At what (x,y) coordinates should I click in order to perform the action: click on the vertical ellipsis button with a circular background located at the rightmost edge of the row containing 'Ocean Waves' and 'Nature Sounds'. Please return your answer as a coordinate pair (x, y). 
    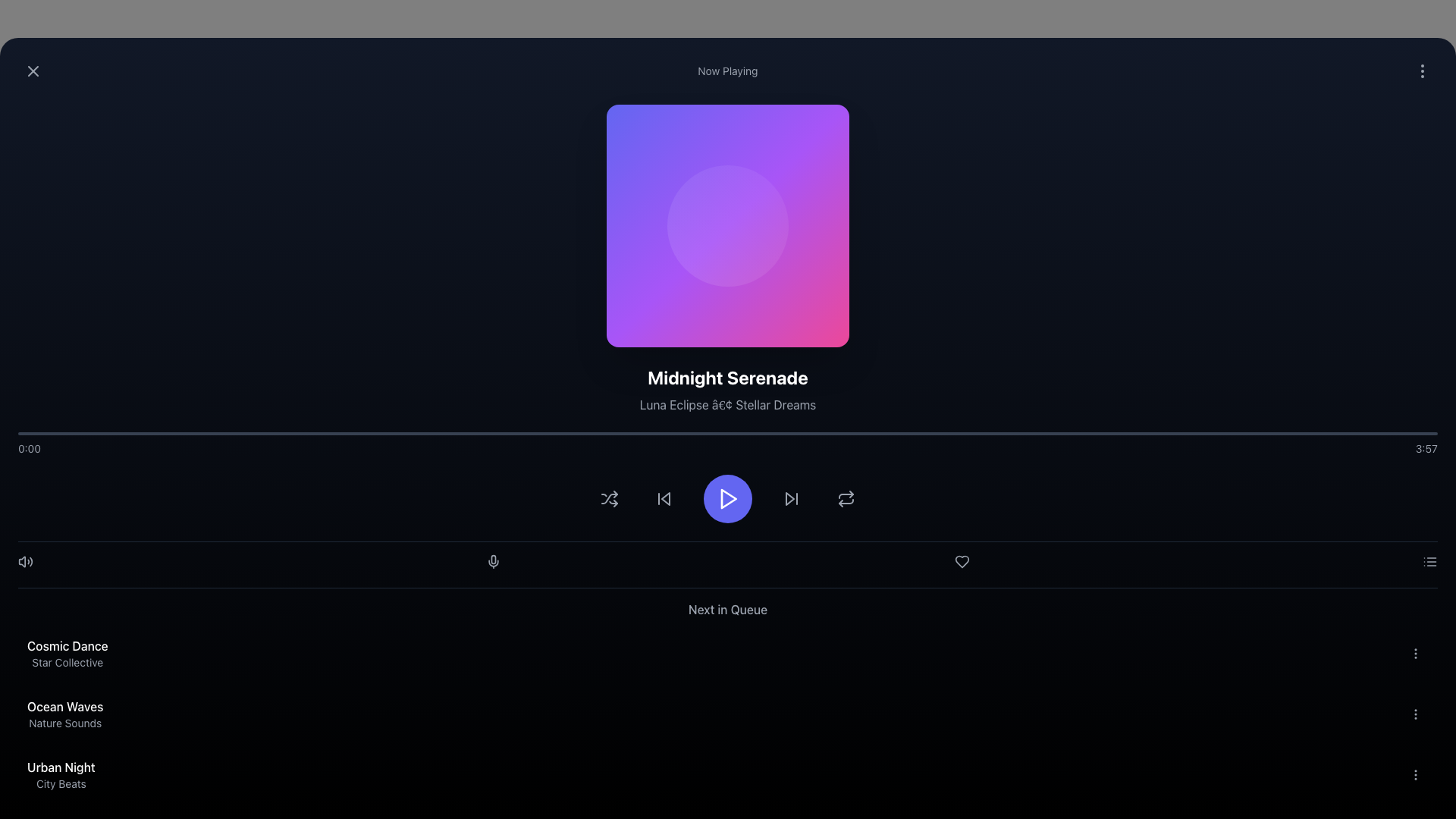
    Looking at the image, I should click on (1415, 714).